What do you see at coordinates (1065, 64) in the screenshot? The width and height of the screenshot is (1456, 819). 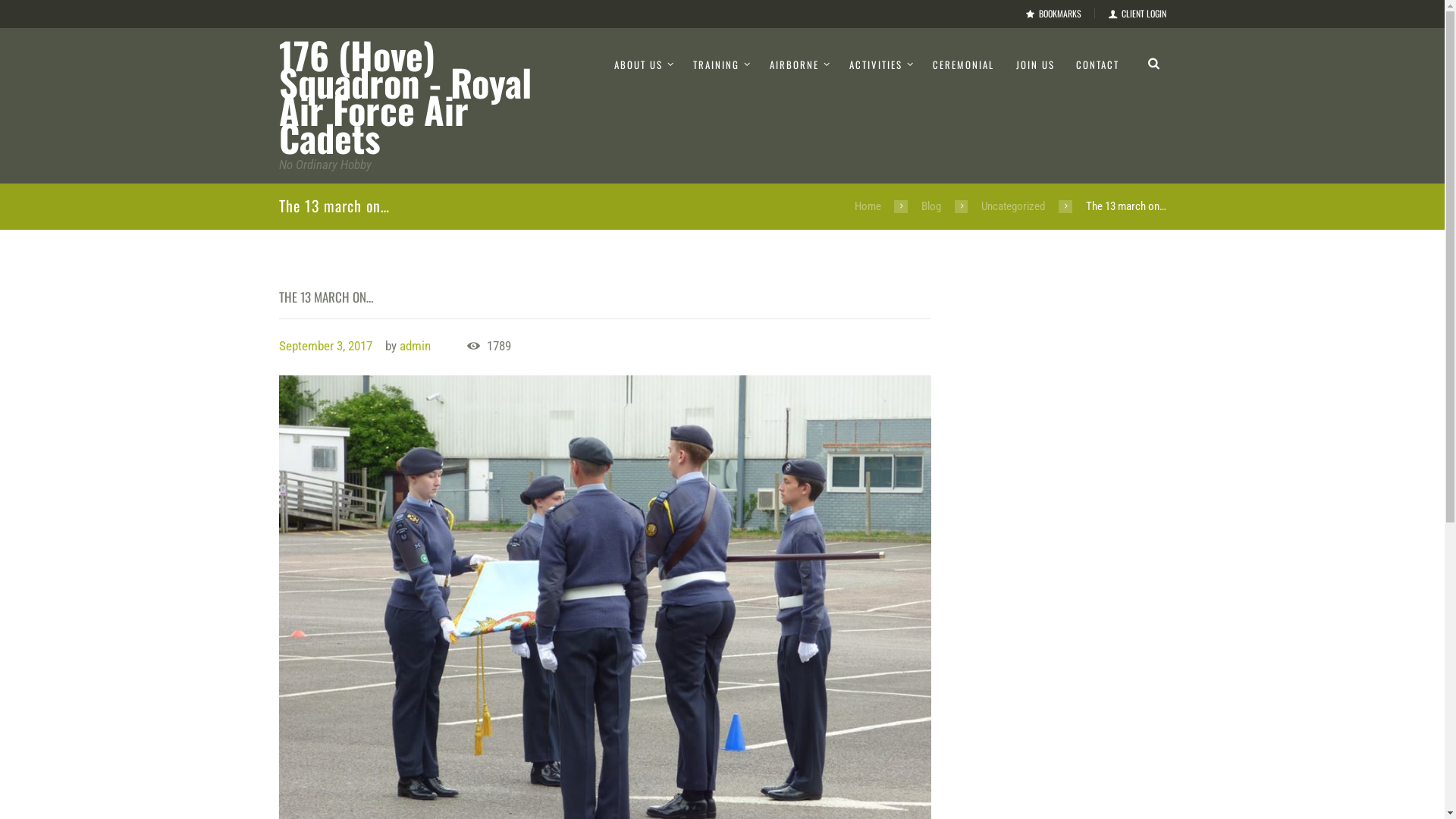 I see `'CONTACT'` at bounding box center [1065, 64].